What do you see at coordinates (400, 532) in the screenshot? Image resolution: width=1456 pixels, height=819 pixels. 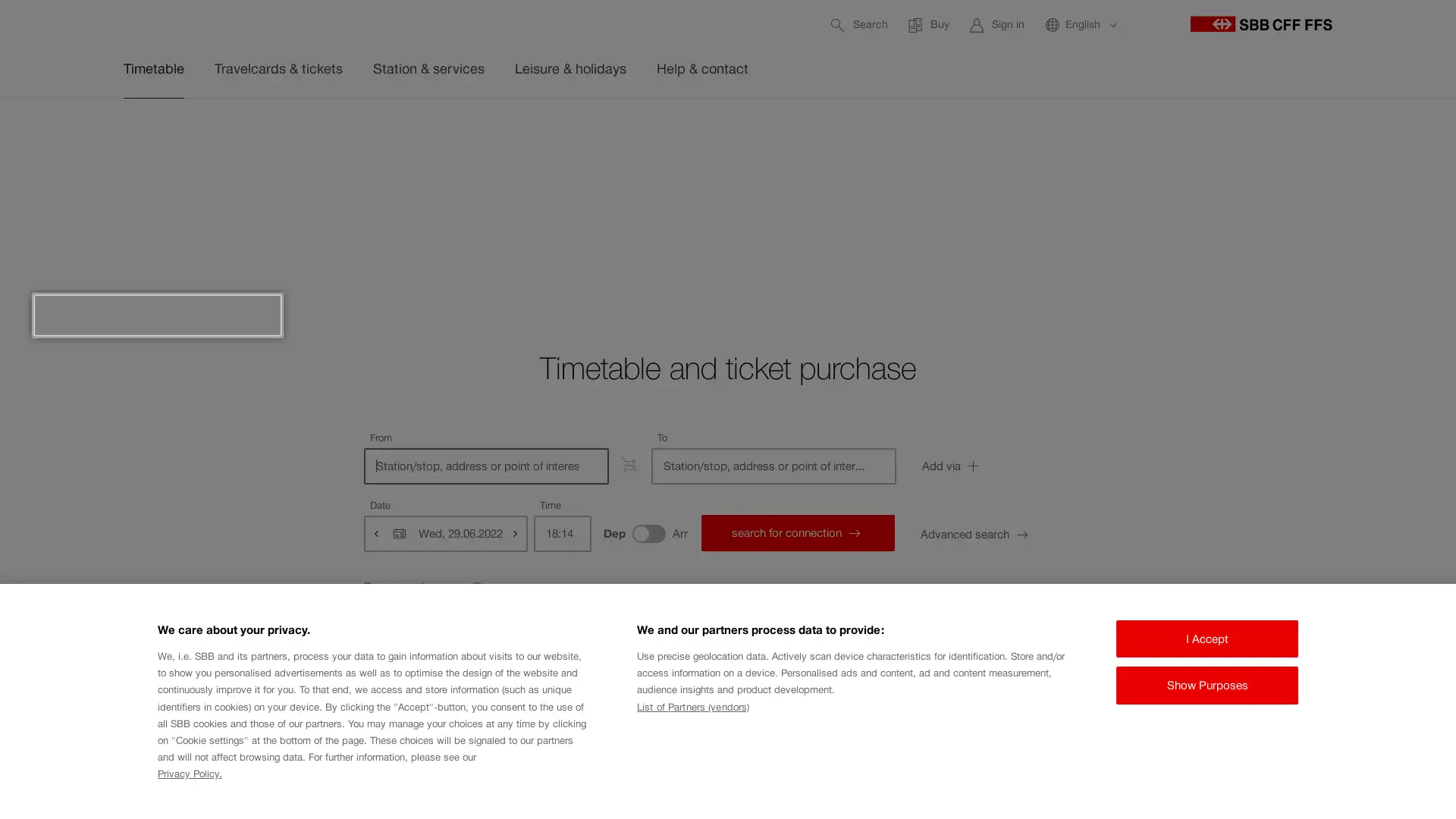 I see `Display calendar` at bounding box center [400, 532].